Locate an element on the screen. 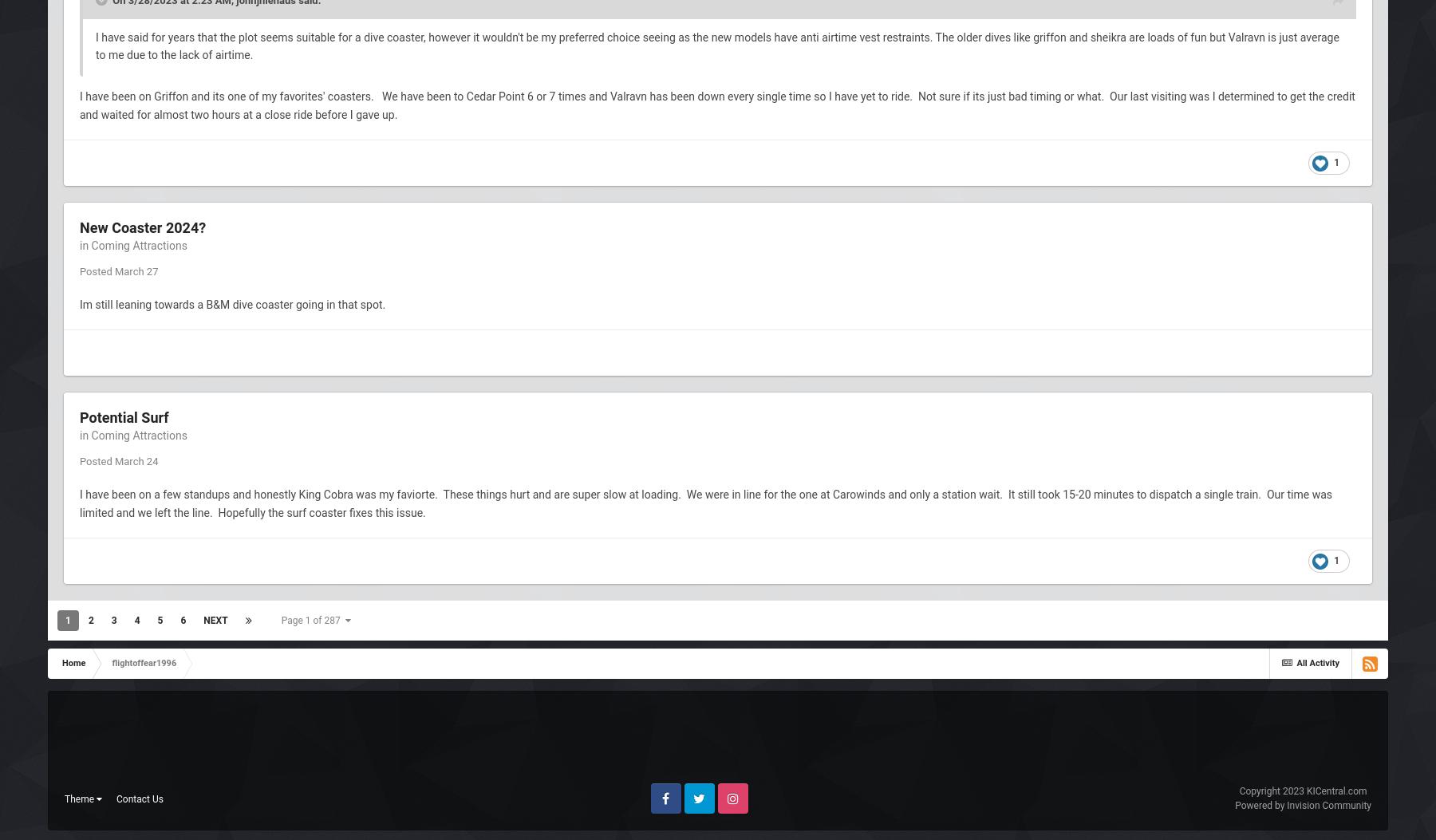 The width and height of the screenshot is (1436, 840). 'I have been on a few standups and honestly King Cobra was my faviorte.  These things hurt and are super slow at loading.  We were in line for the one at Carowinds and only a station wait.  It still took 15-20 minutes to dispatch a single train.  Our time was limited and we left the line.  Hopefully the surf coaster fixes this issue.' is located at coordinates (706, 502).